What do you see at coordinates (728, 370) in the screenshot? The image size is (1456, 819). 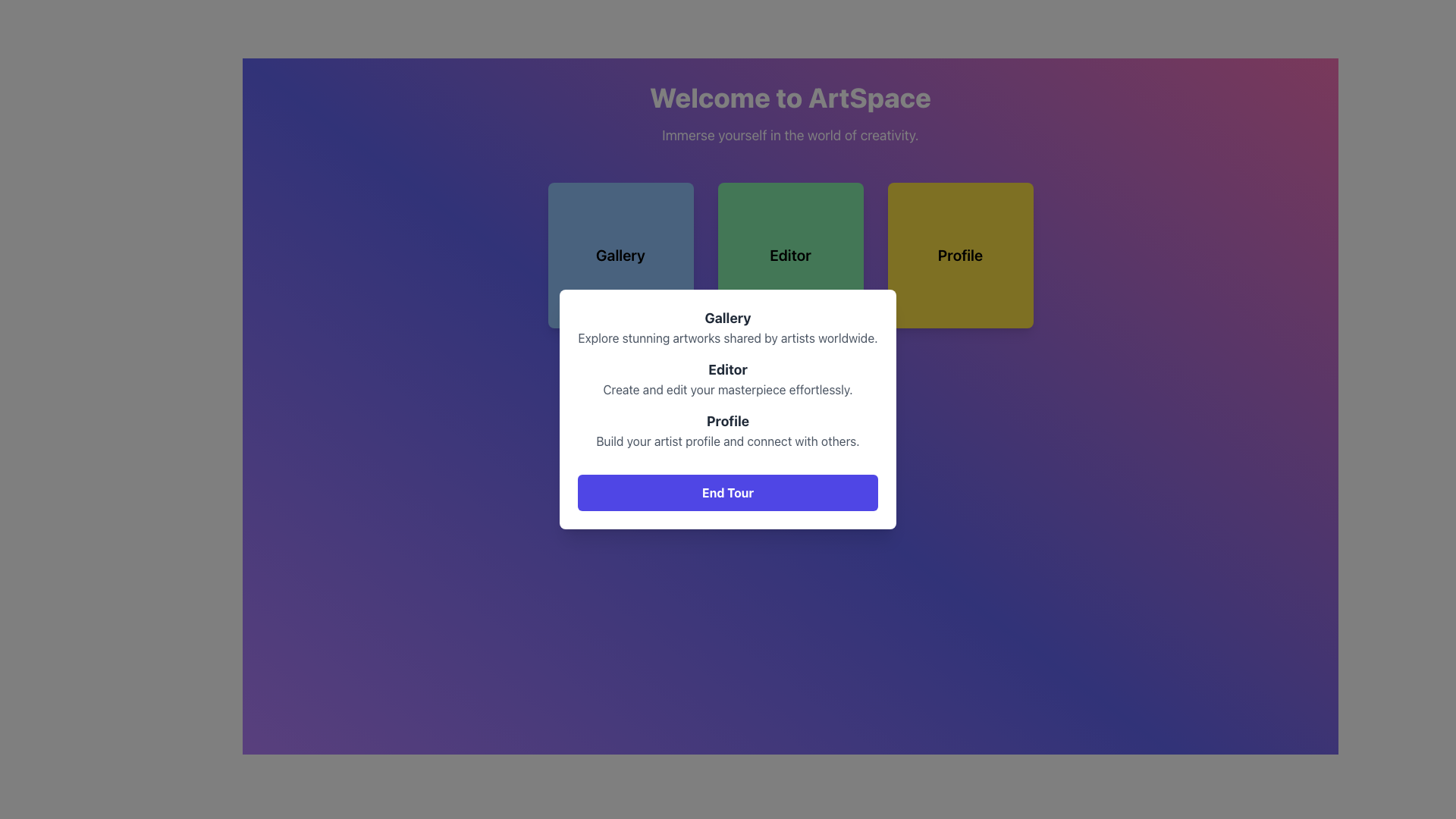 I see `bold, large-sized header text labeled 'Editor' located in the pop-up card, which is the second header in a series of three sections` at bounding box center [728, 370].